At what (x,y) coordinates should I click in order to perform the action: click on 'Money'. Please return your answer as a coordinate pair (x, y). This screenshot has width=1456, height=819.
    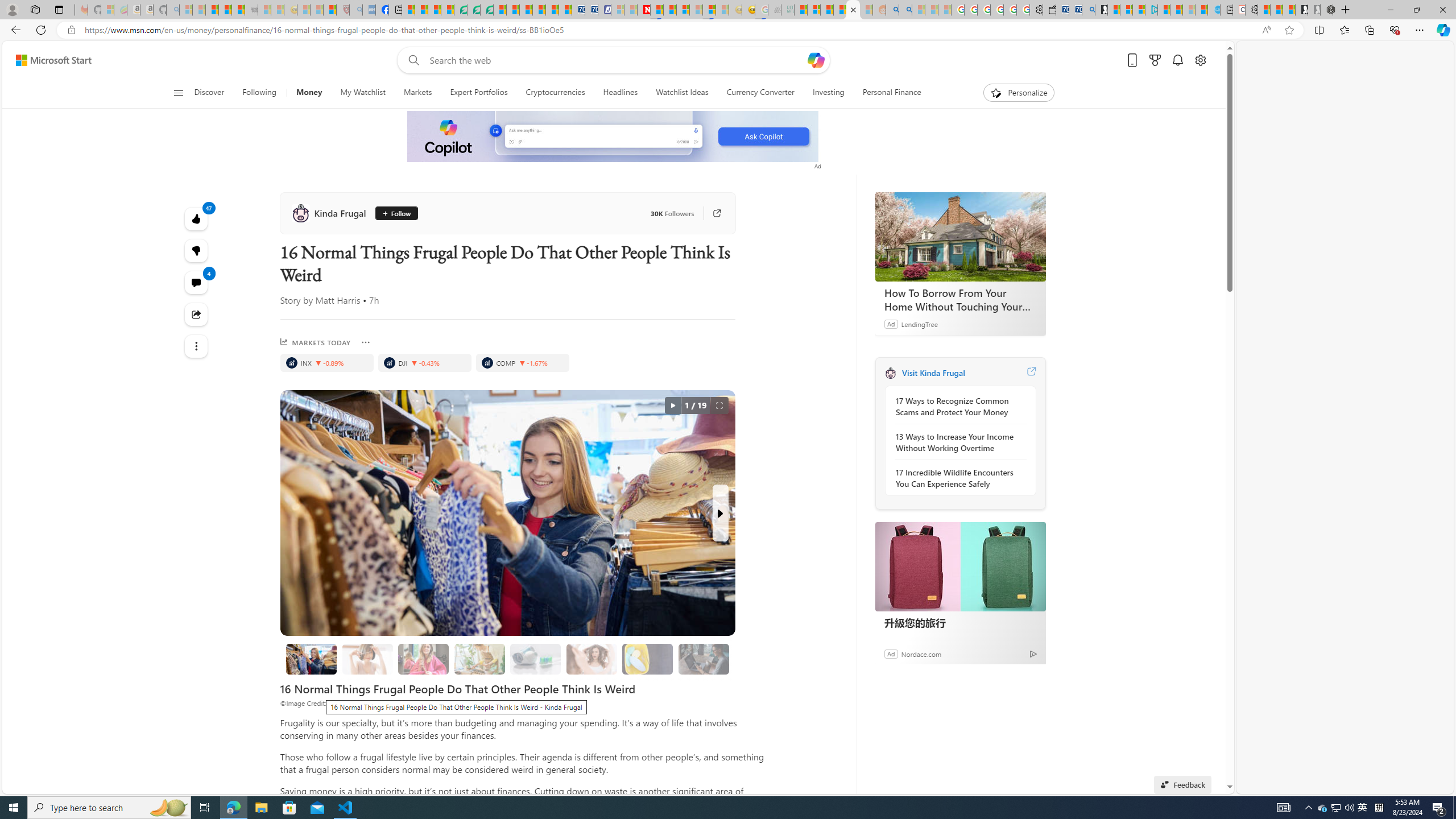
    Looking at the image, I should click on (309, 92).